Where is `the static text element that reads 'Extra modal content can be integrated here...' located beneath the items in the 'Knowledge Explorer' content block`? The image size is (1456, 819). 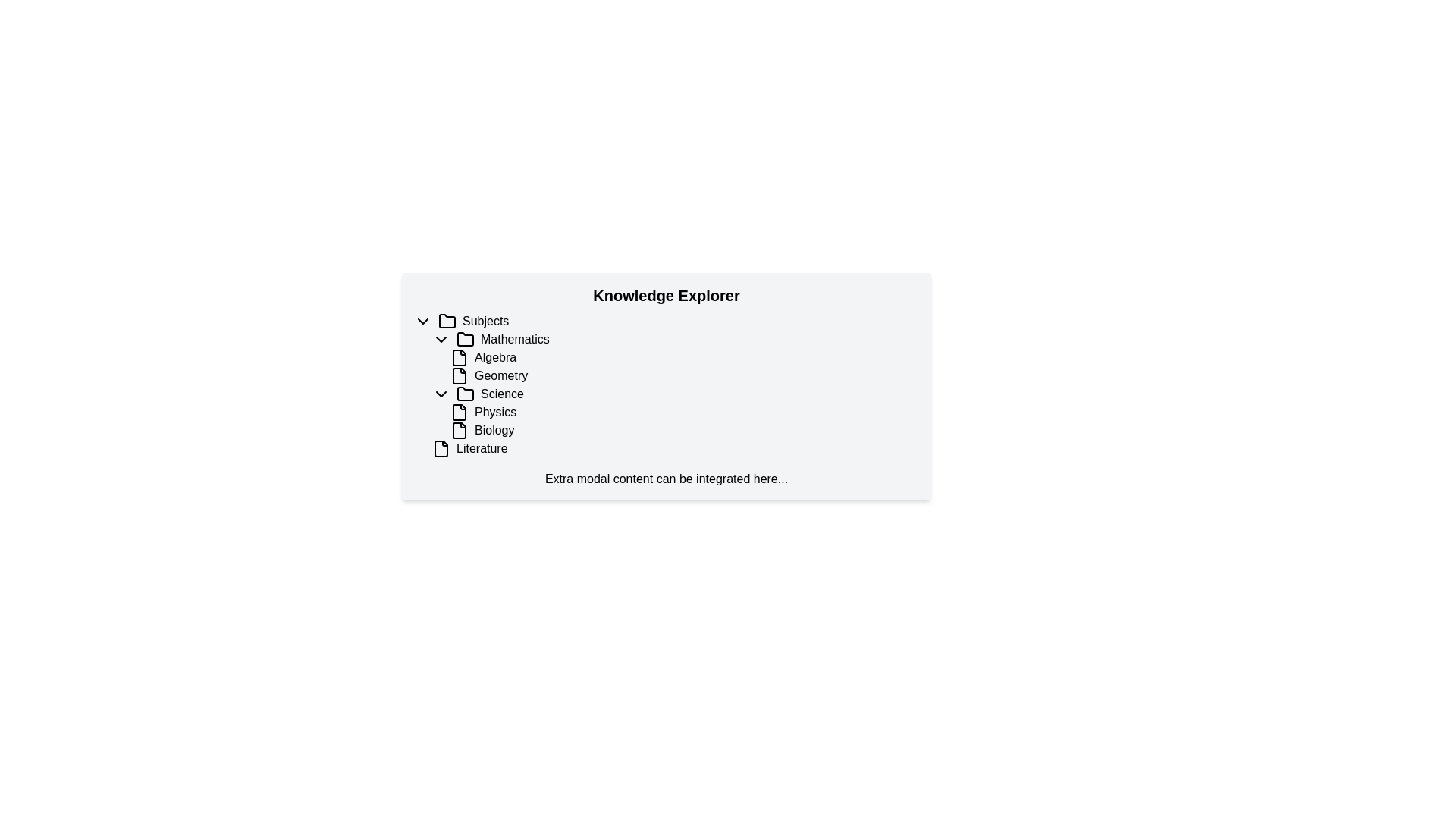 the static text element that reads 'Extra modal content can be integrated here...' located beneath the items in the 'Knowledge Explorer' content block is located at coordinates (666, 479).